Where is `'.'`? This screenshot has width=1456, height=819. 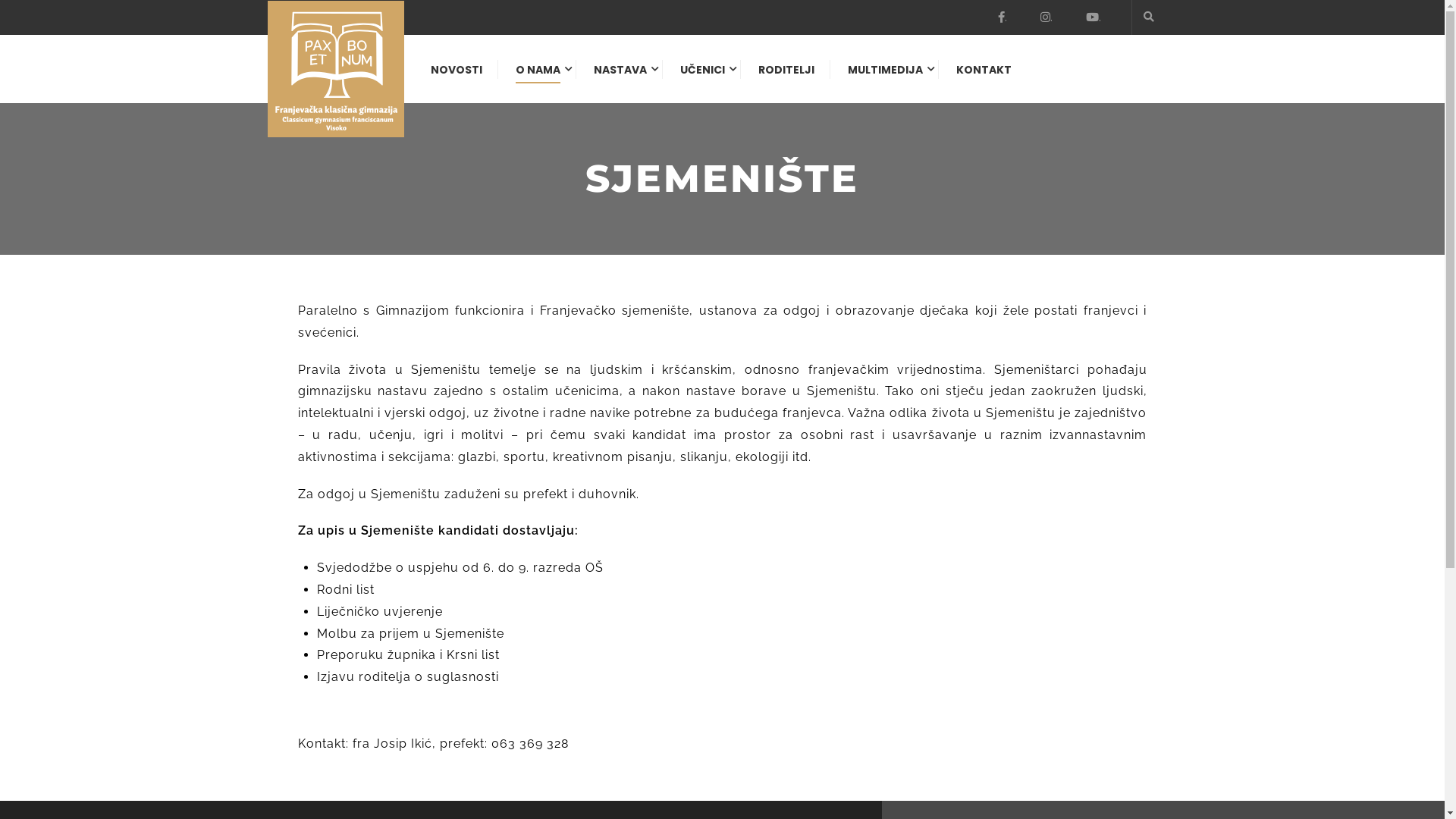
'.' is located at coordinates (997, 17).